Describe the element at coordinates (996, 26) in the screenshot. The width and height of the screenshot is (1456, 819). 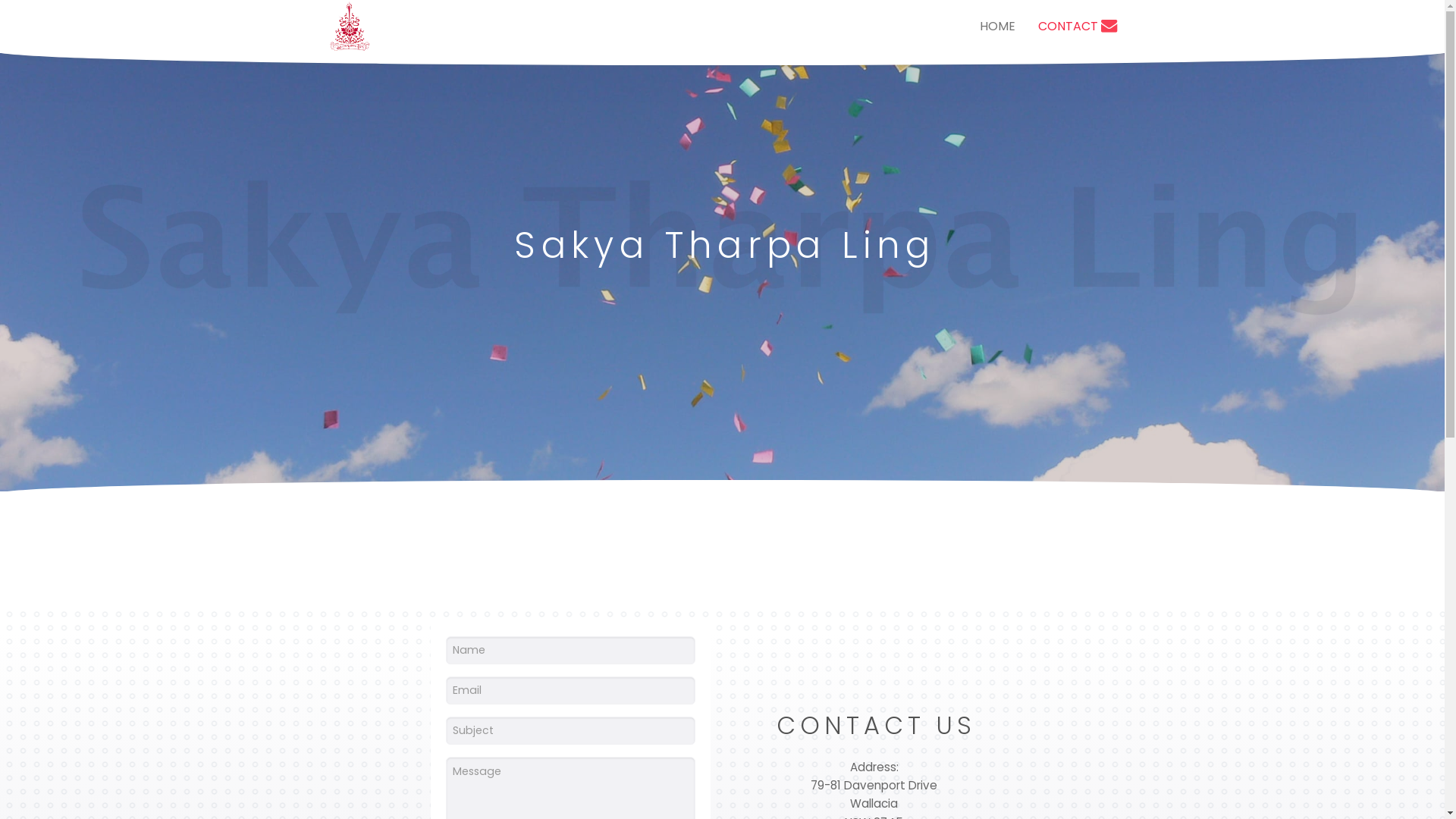
I see `'HOME'` at that location.